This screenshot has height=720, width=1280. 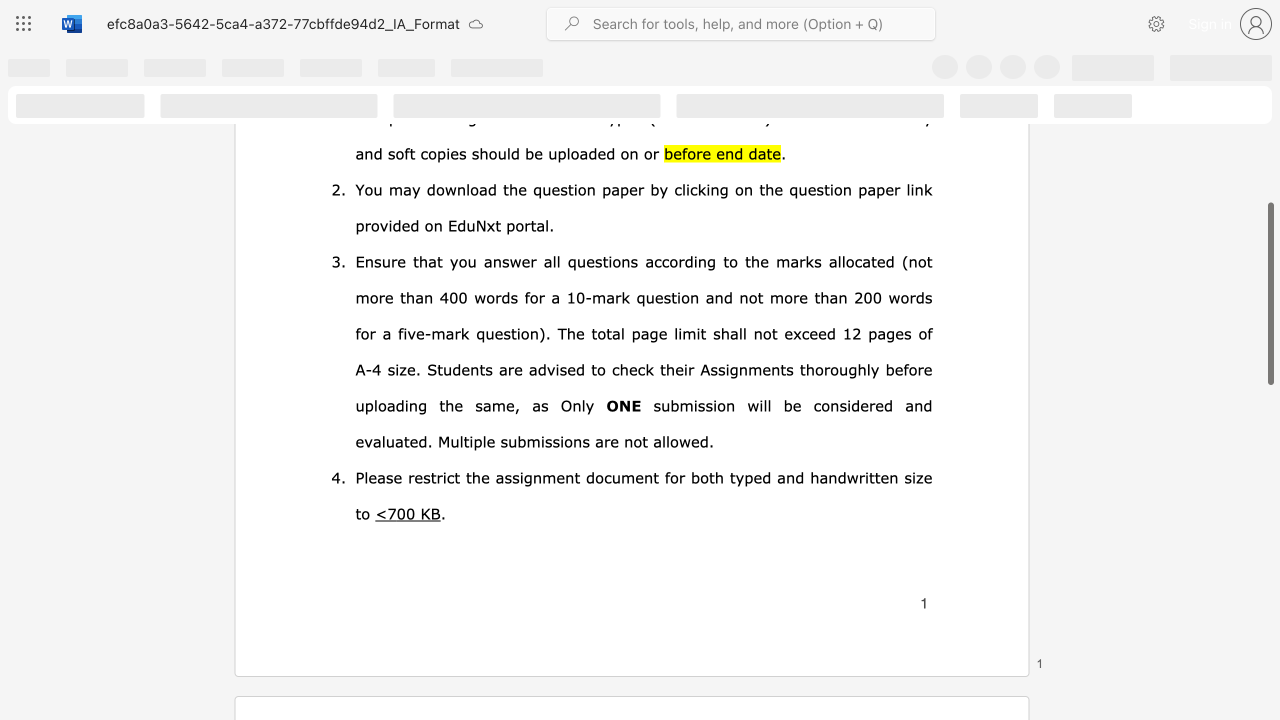 What do you see at coordinates (1269, 294) in the screenshot?
I see `the scrollbar and move up 30 pixels` at bounding box center [1269, 294].